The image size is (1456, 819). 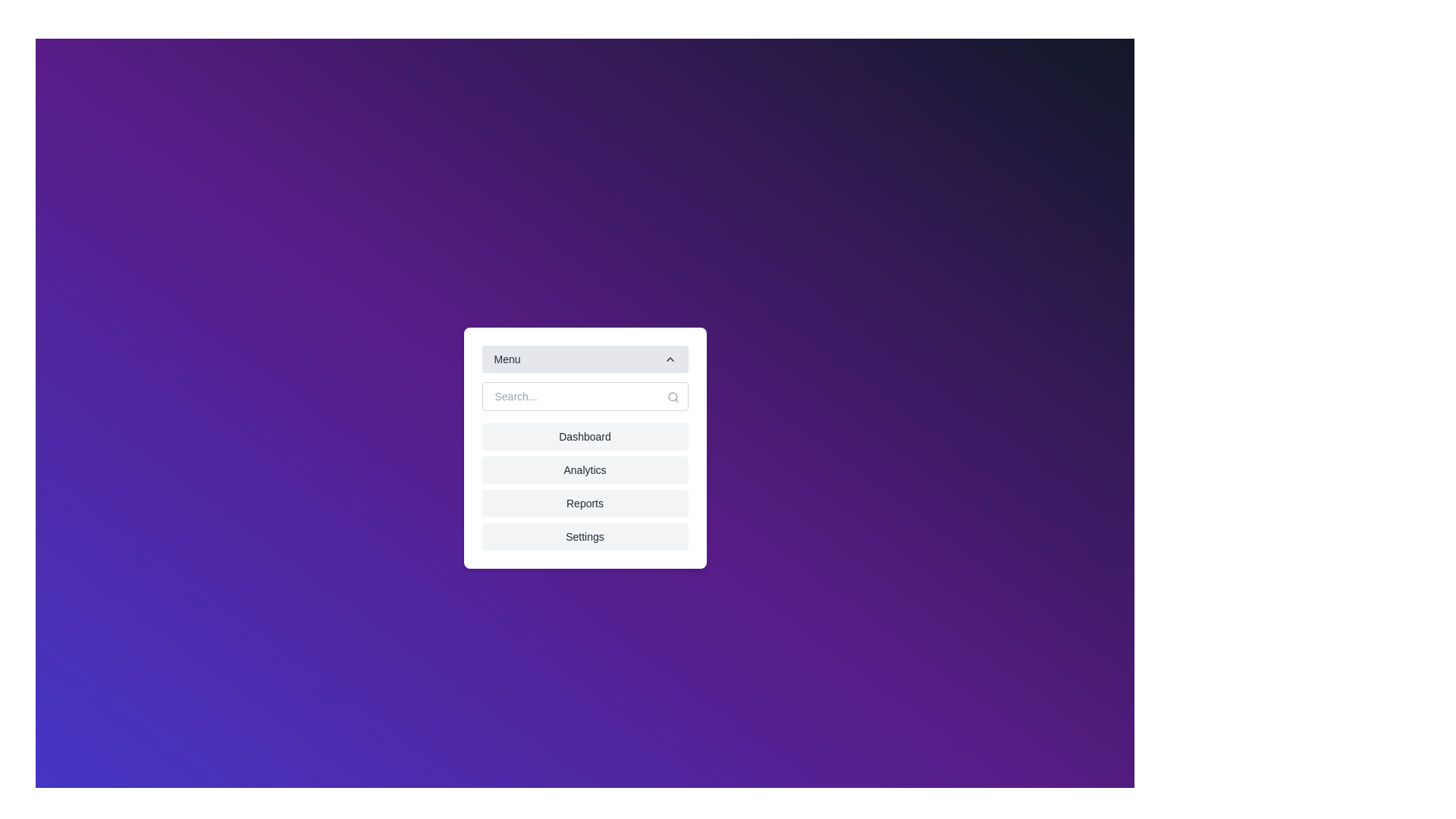 What do you see at coordinates (584, 503) in the screenshot?
I see `the menu option Reports` at bounding box center [584, 503].